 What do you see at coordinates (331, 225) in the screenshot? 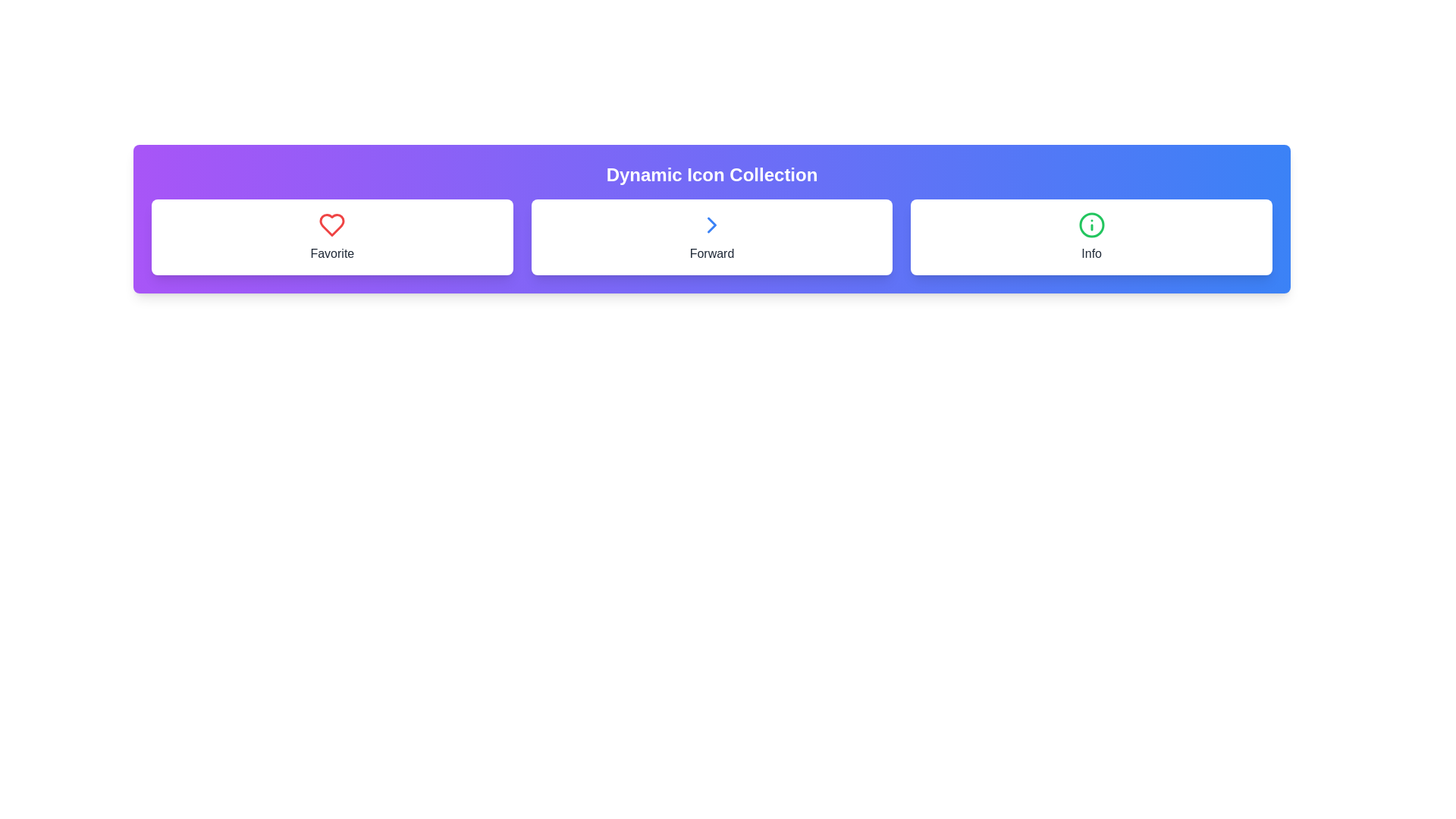
I see `the heart icon at the top center of the 'Favorite' card, which indicates the 'Favorite' interaction available in the collection layout` at bounding box center [331, 225].